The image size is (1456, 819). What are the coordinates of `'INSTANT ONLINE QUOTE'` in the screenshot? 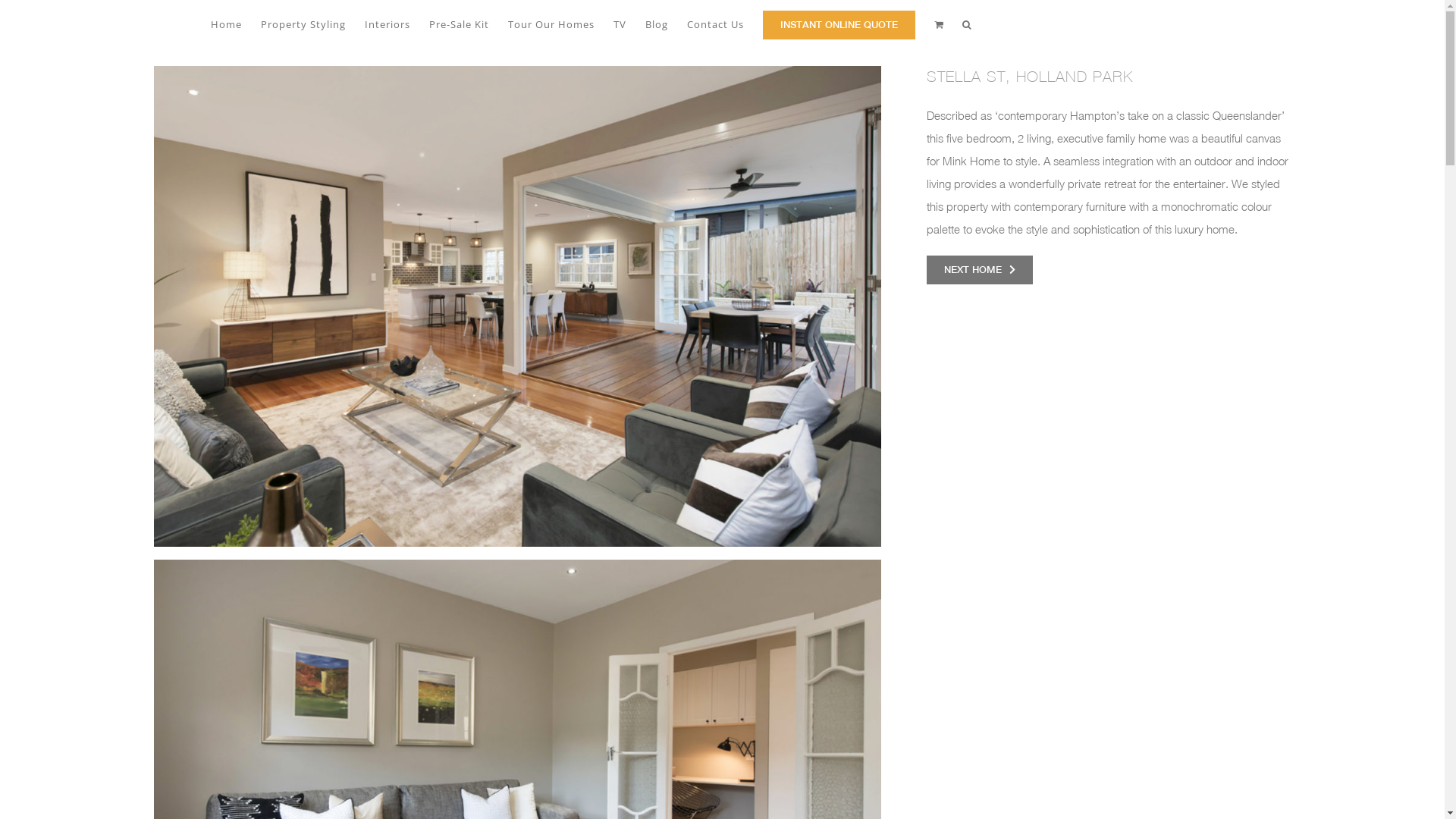 It's located at (838, 23).